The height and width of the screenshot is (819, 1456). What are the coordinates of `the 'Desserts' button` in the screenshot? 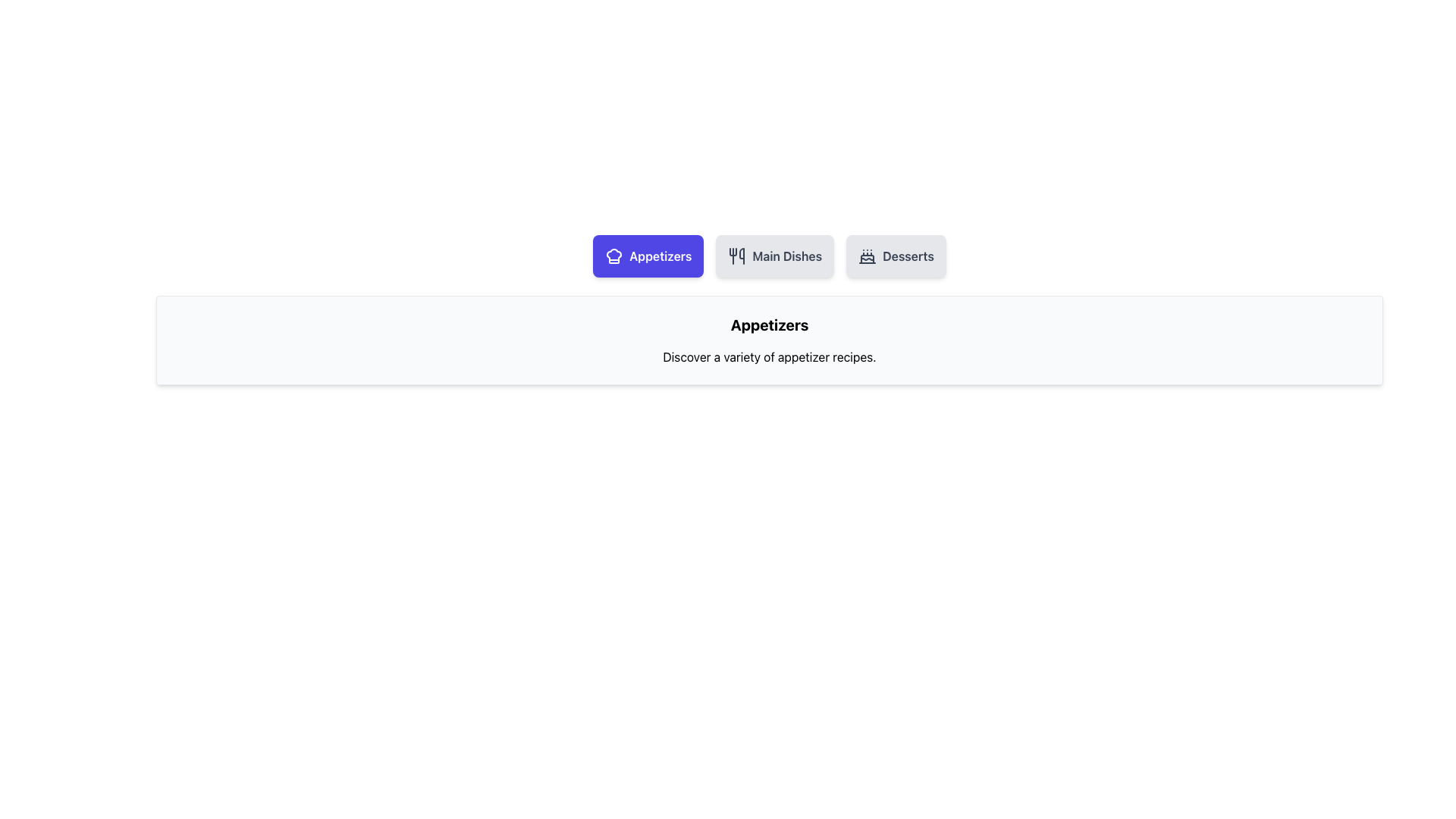 It's located at (896, 256).